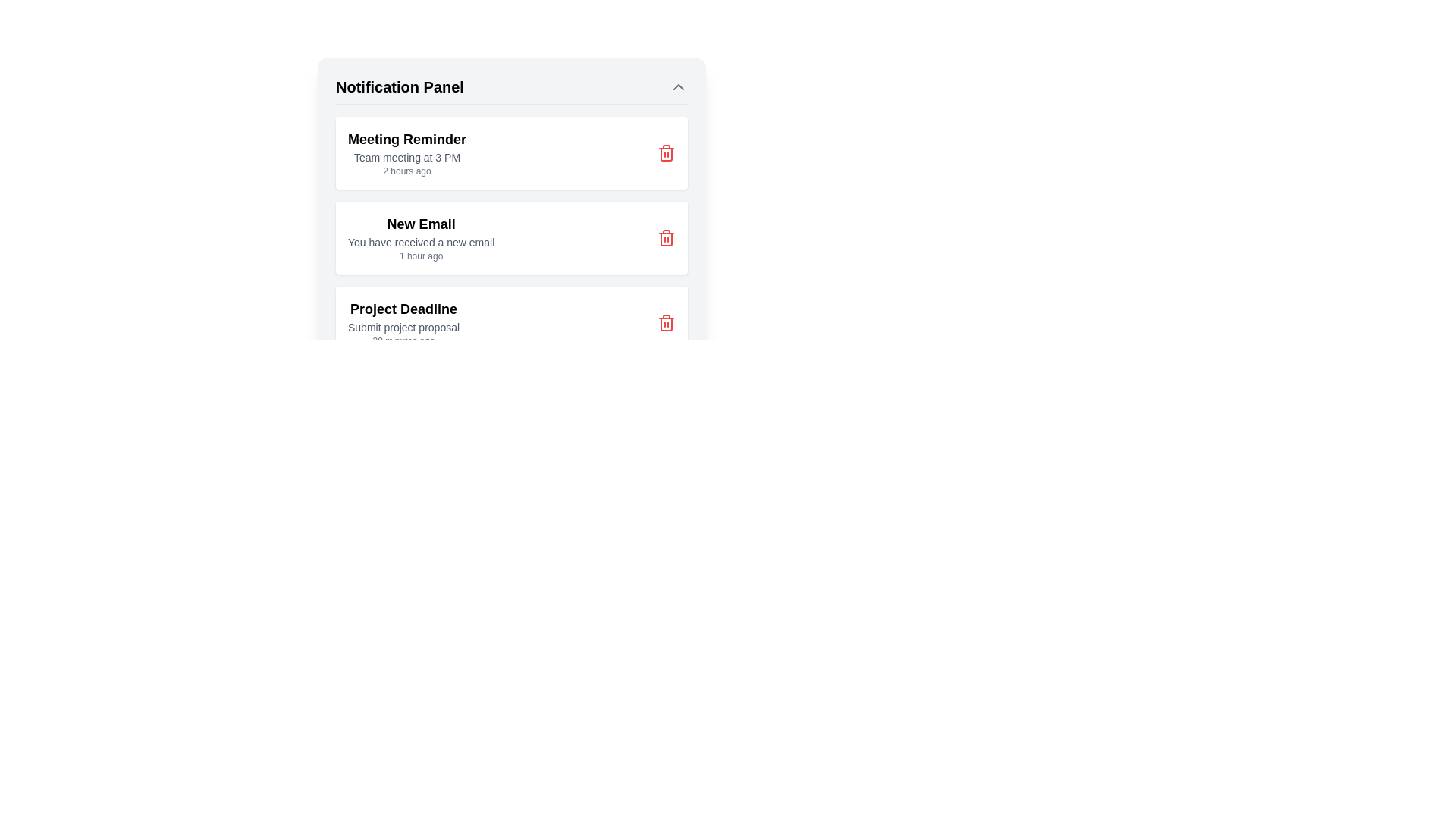 This screenshot has height=819, width=1456. What do you see at coordinates (403, 327) in the screenshot?
I see `the text label that reads 'Submit project proposal', which is styled in gray and positioned below 'Project Deadline'` at bounding box center [403, 327].